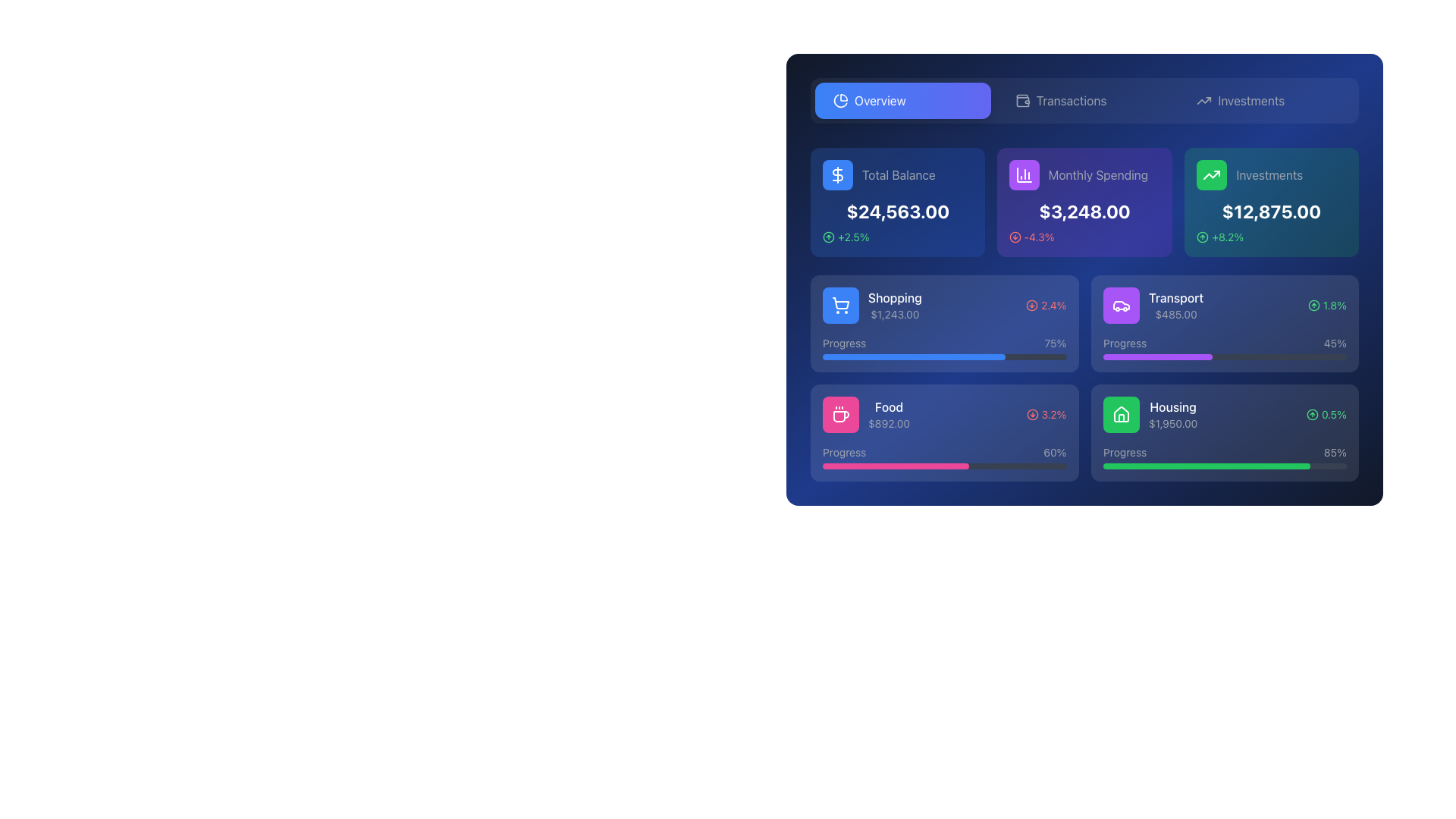  Describe the element at coordinates (943, 356) in the screenshot. I see `the Progress bar located within the 'Shopping' card, positioned below the 'Progress' title and to the left of the 75% percentage value` at that location.